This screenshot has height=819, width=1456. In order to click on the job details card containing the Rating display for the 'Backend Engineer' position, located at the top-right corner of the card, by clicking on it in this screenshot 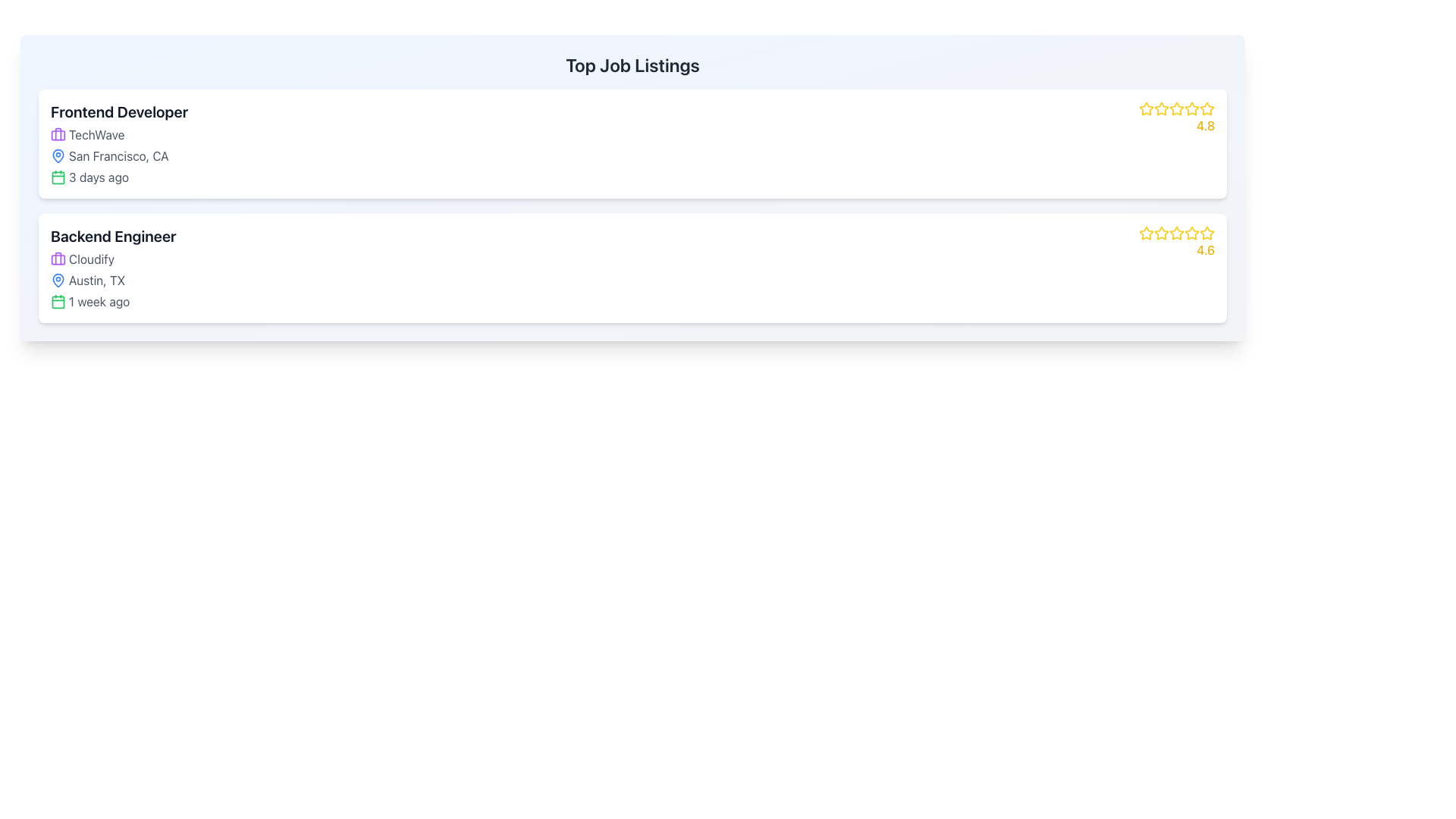, I will do `click(1175, 242)`.